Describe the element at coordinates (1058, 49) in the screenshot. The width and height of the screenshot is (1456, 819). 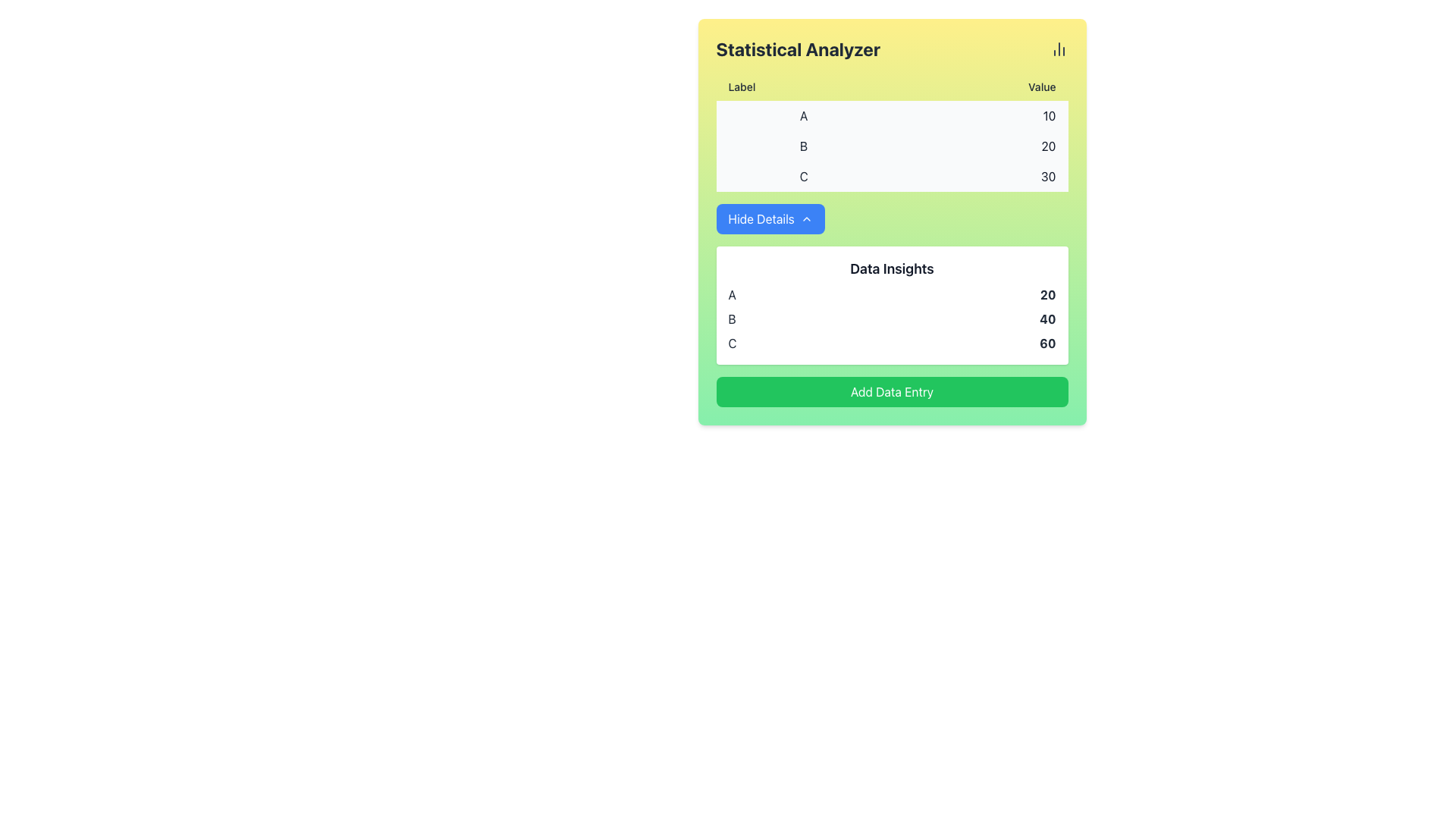
I see `the SVG-based icon representing the chart functionality in the 'Statistical Analyzer' section` at that location.